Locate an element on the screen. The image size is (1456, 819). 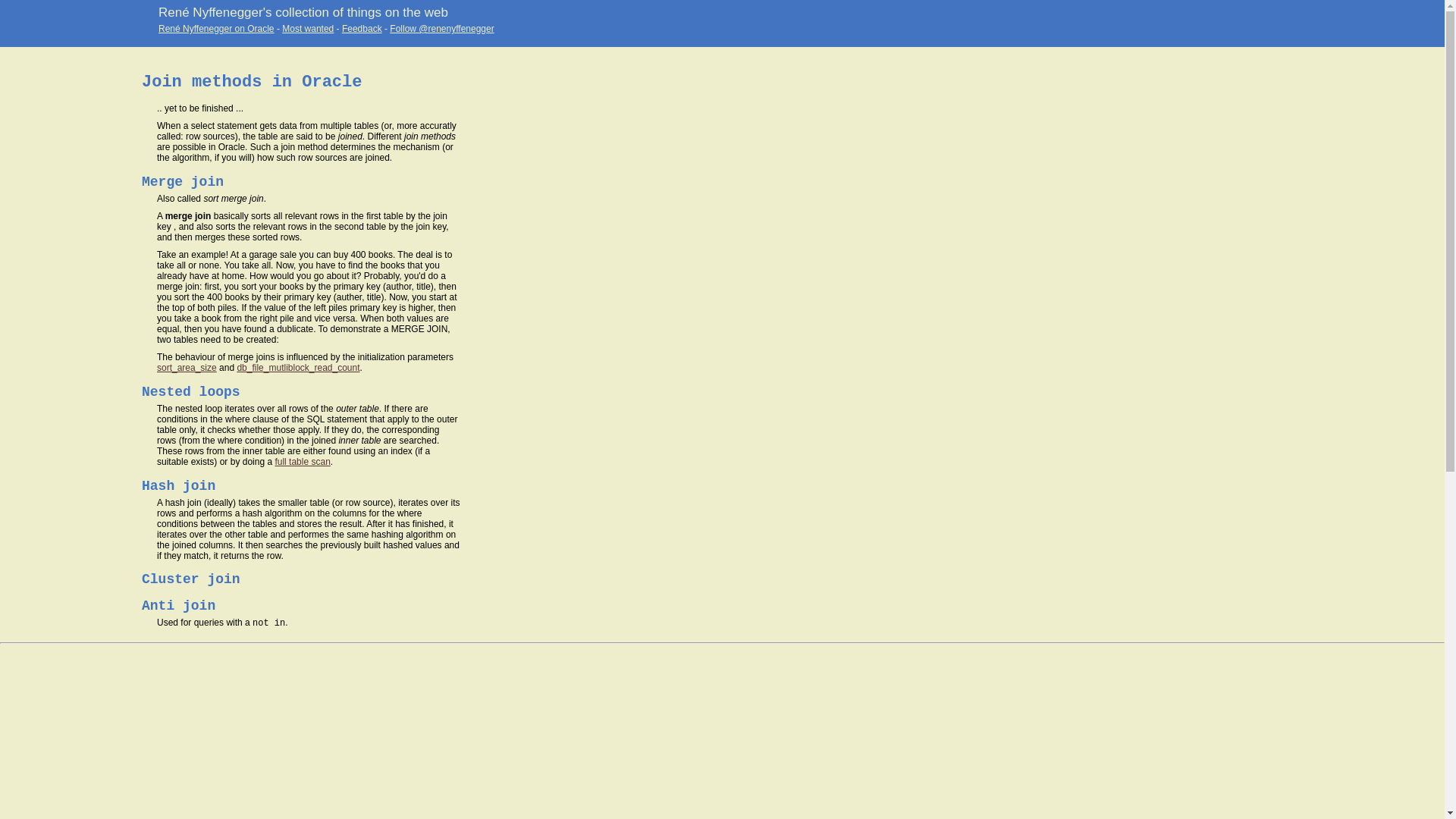
'db_file_mutliblock_read_count' is located at coordinates (298, 368).